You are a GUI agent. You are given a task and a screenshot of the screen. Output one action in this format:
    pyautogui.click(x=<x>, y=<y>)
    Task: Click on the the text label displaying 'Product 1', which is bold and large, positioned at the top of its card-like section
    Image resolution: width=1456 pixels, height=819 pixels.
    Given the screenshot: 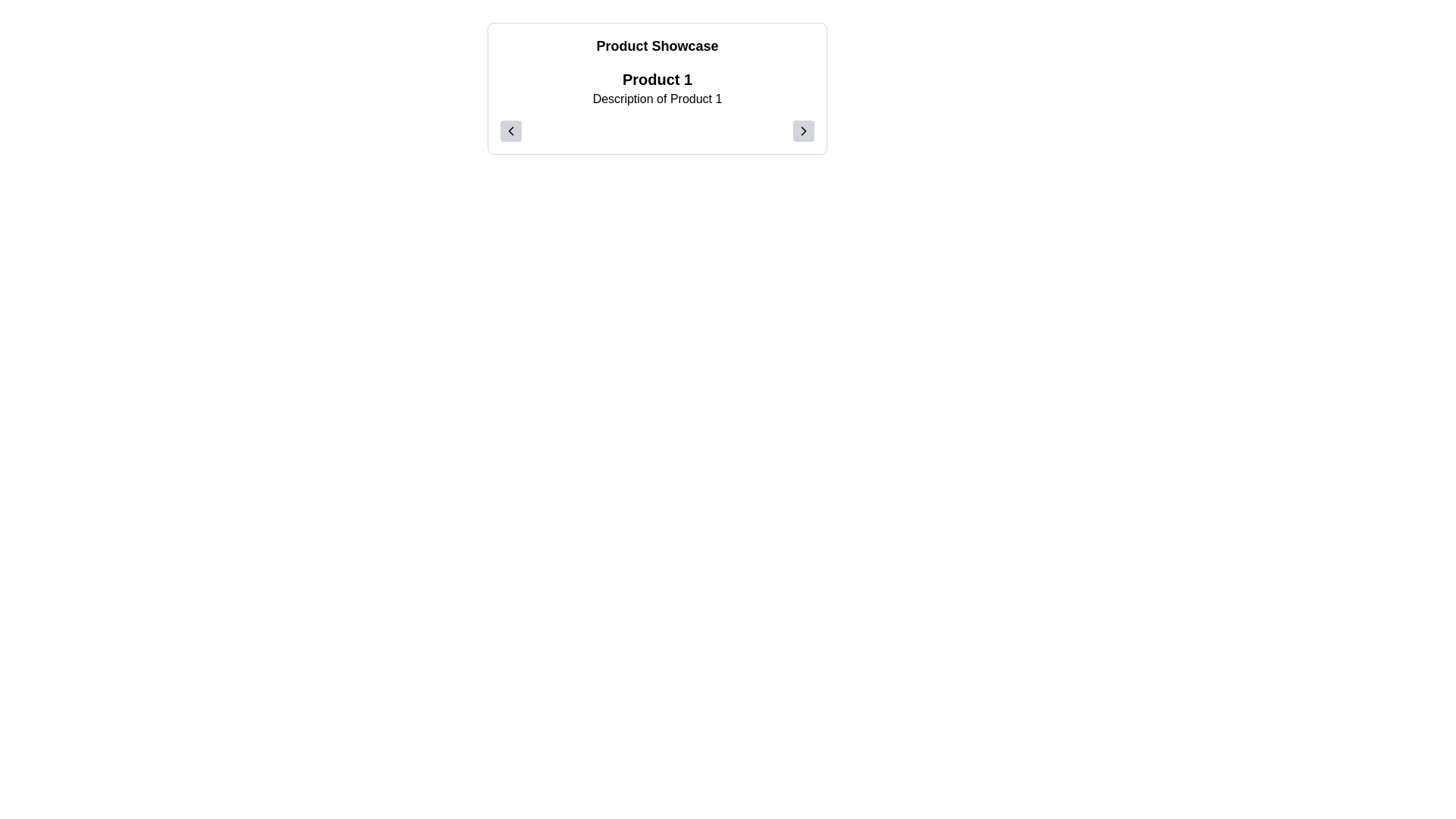 What is the action you would take?
    pyautogui.click(x=657, y=79)
    